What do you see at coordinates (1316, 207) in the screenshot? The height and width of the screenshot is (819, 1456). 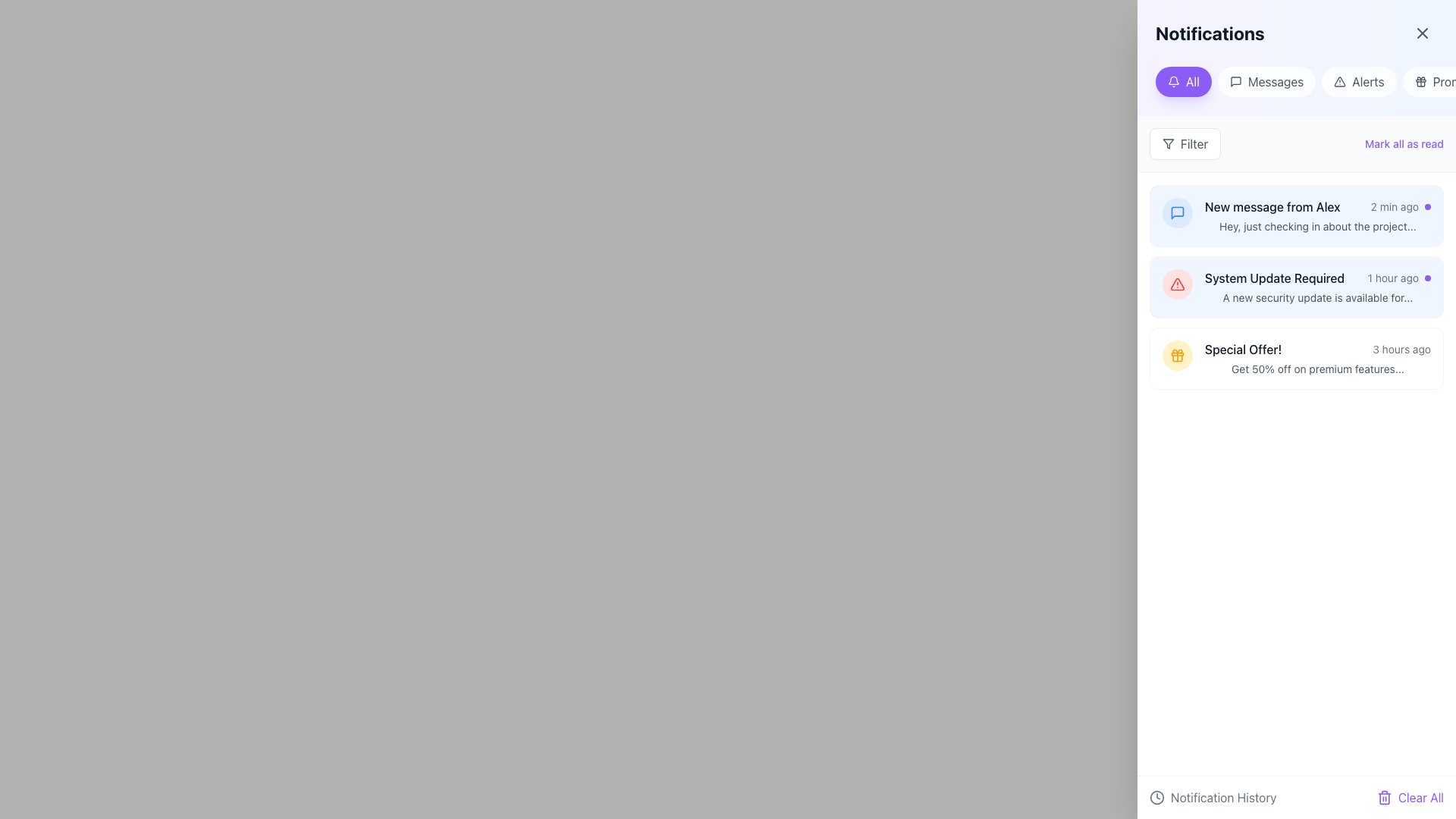 I see `the topmost notification with the text 'New message from Alex'` at bounding box center [1316, 207].